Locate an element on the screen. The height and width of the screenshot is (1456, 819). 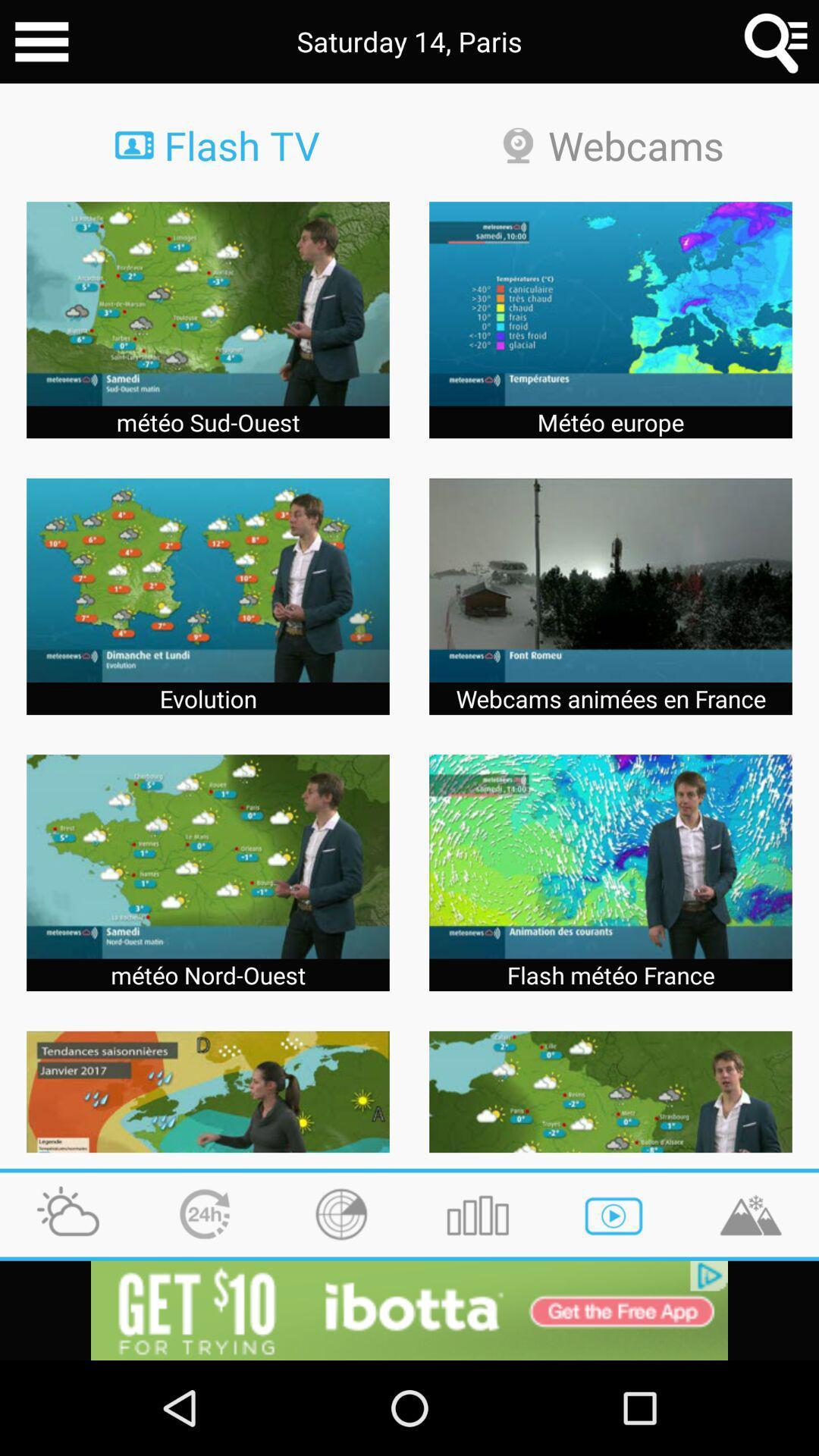
search icon is located at coordinates (777, 42).